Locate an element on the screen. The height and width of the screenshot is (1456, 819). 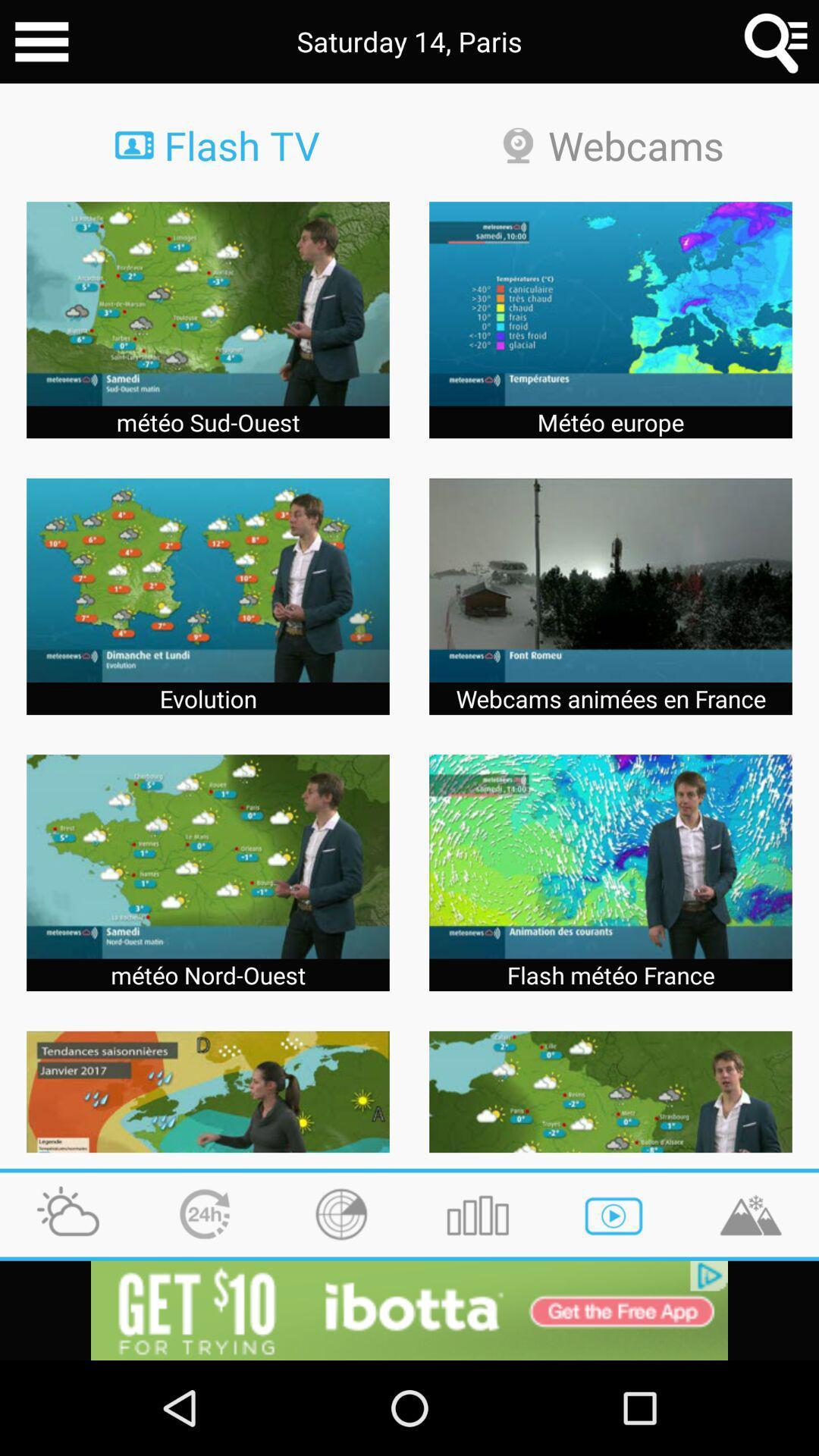
search icon is located at coordinates (777, 42).